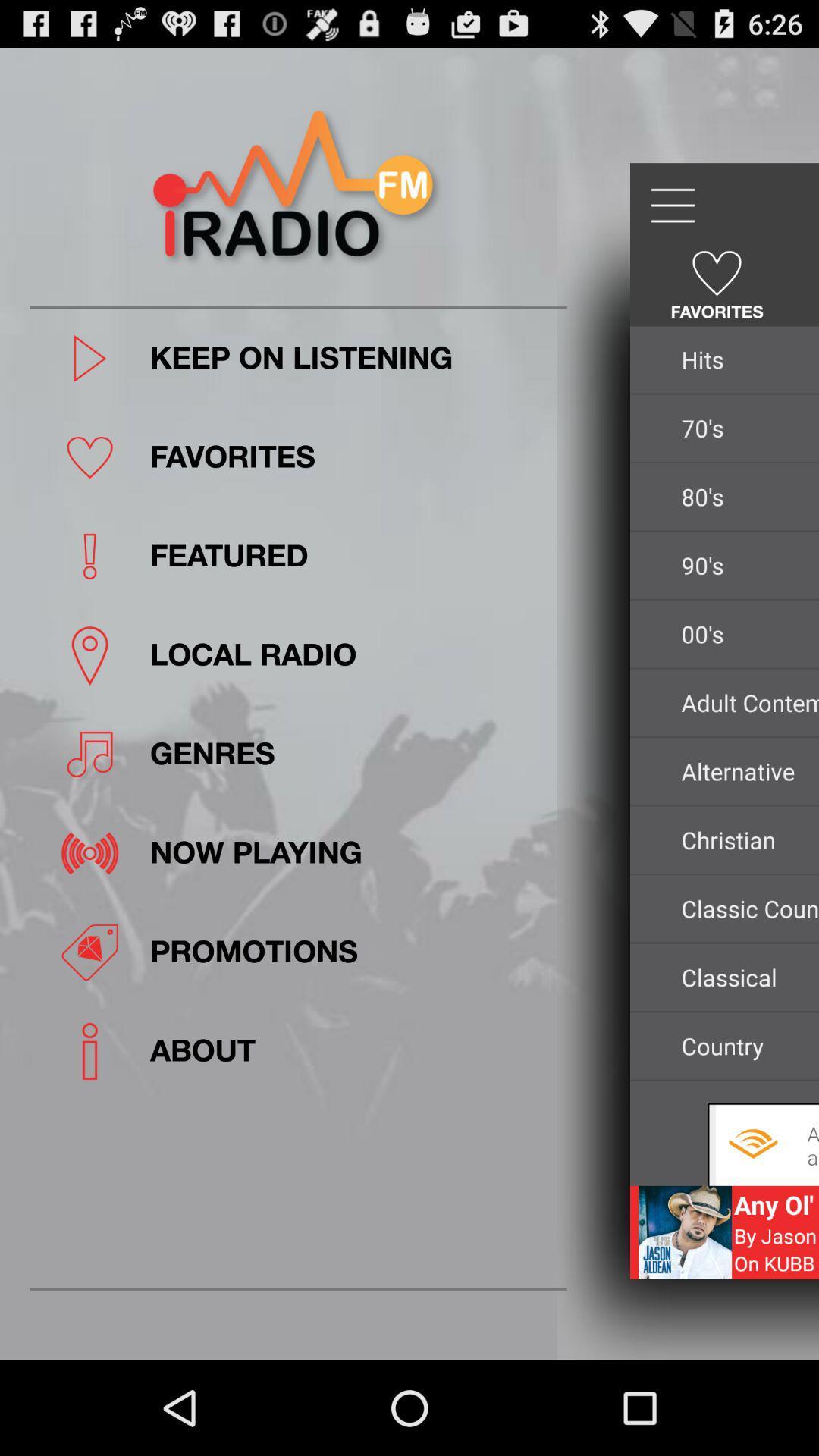 This screenshot has height=1456, width=819. I want to click on the icon to the right of the now playing, so click(745, 839).